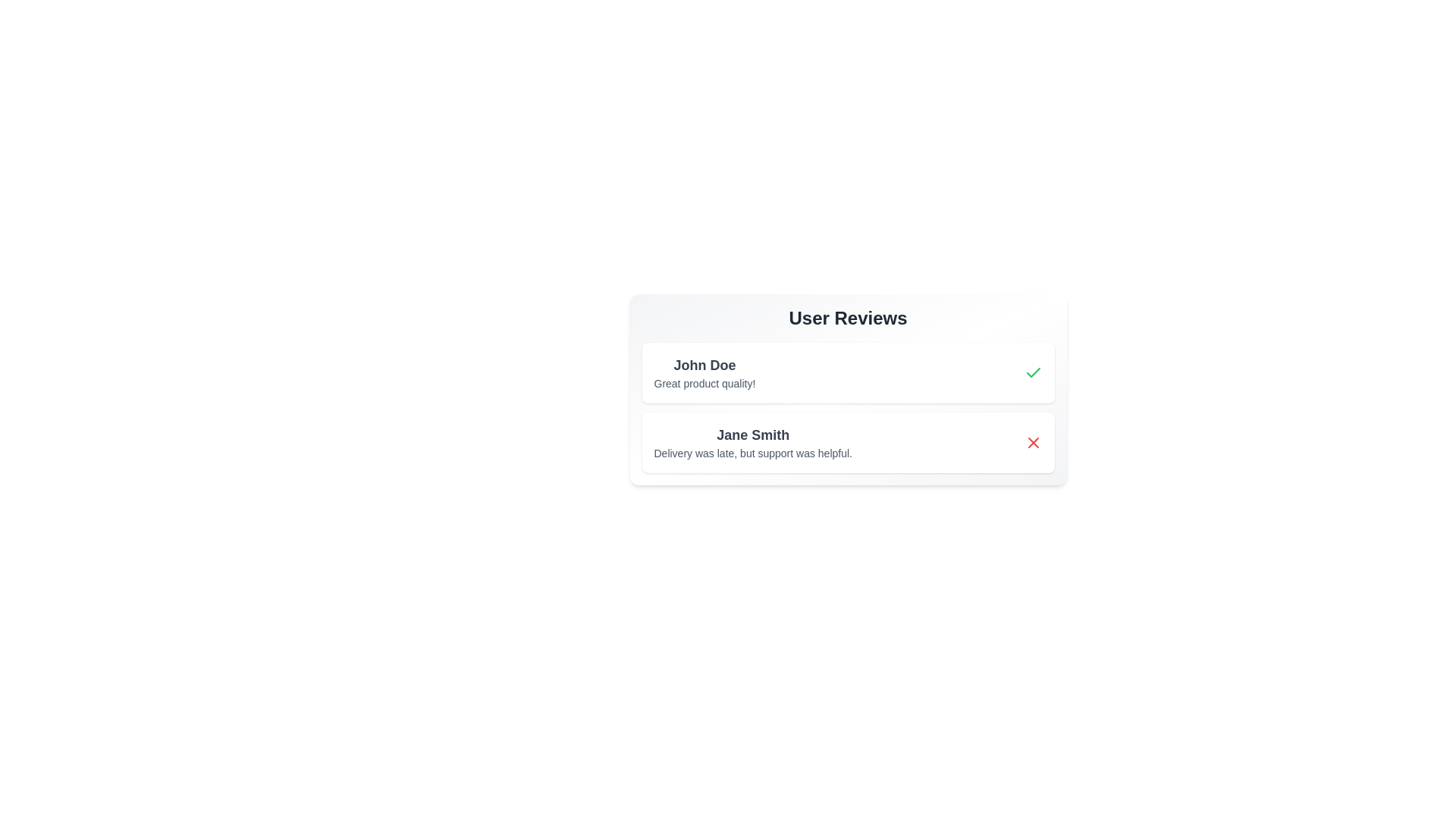  I want to click on the secondary text element that reads 'Delivery was late, but support was helpful.' located below 'Jane Smith' in the user review section, so click(753, 452).